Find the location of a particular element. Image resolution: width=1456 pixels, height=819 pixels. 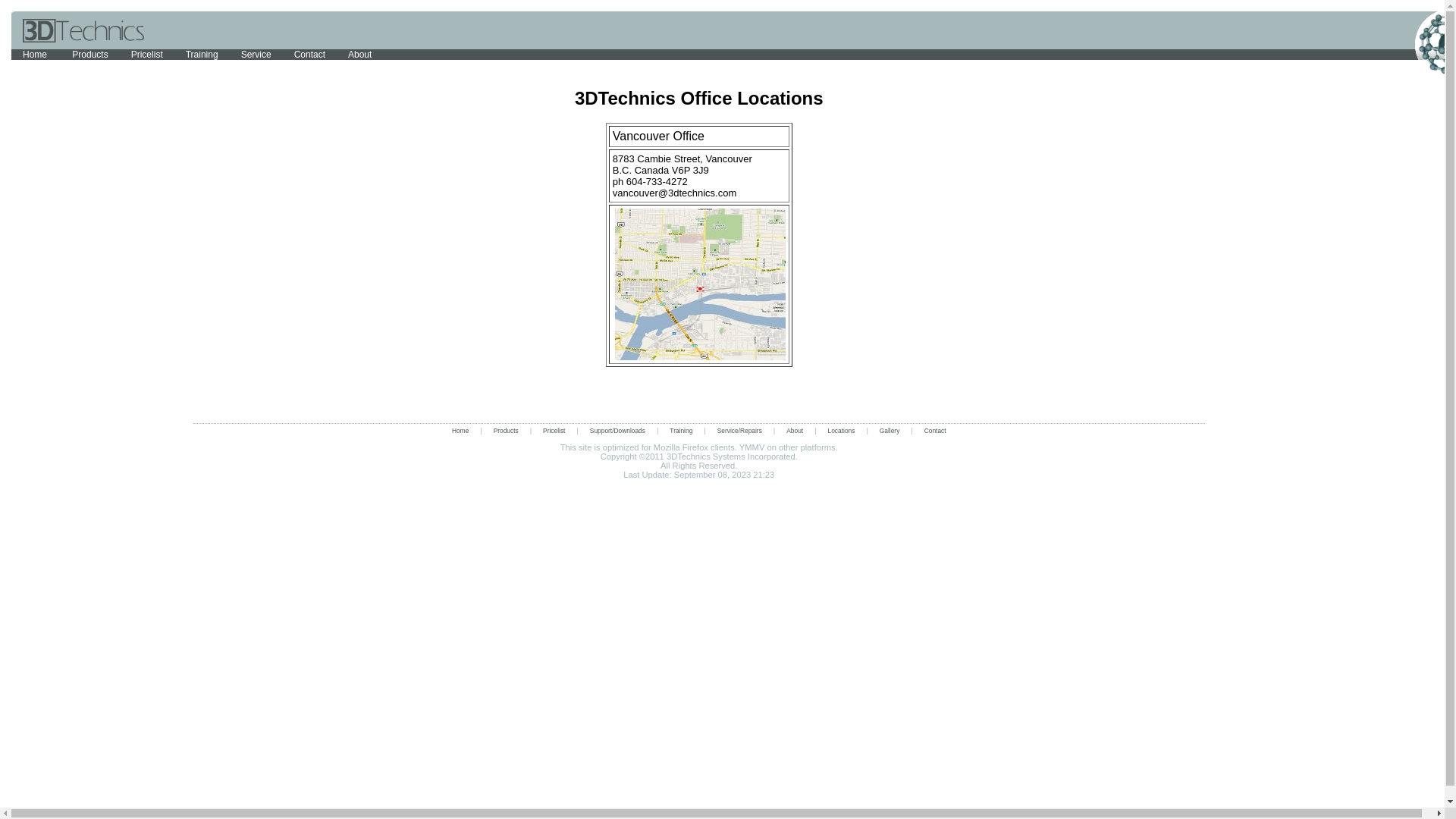

'Locations' is located at coordinates (840, 430).